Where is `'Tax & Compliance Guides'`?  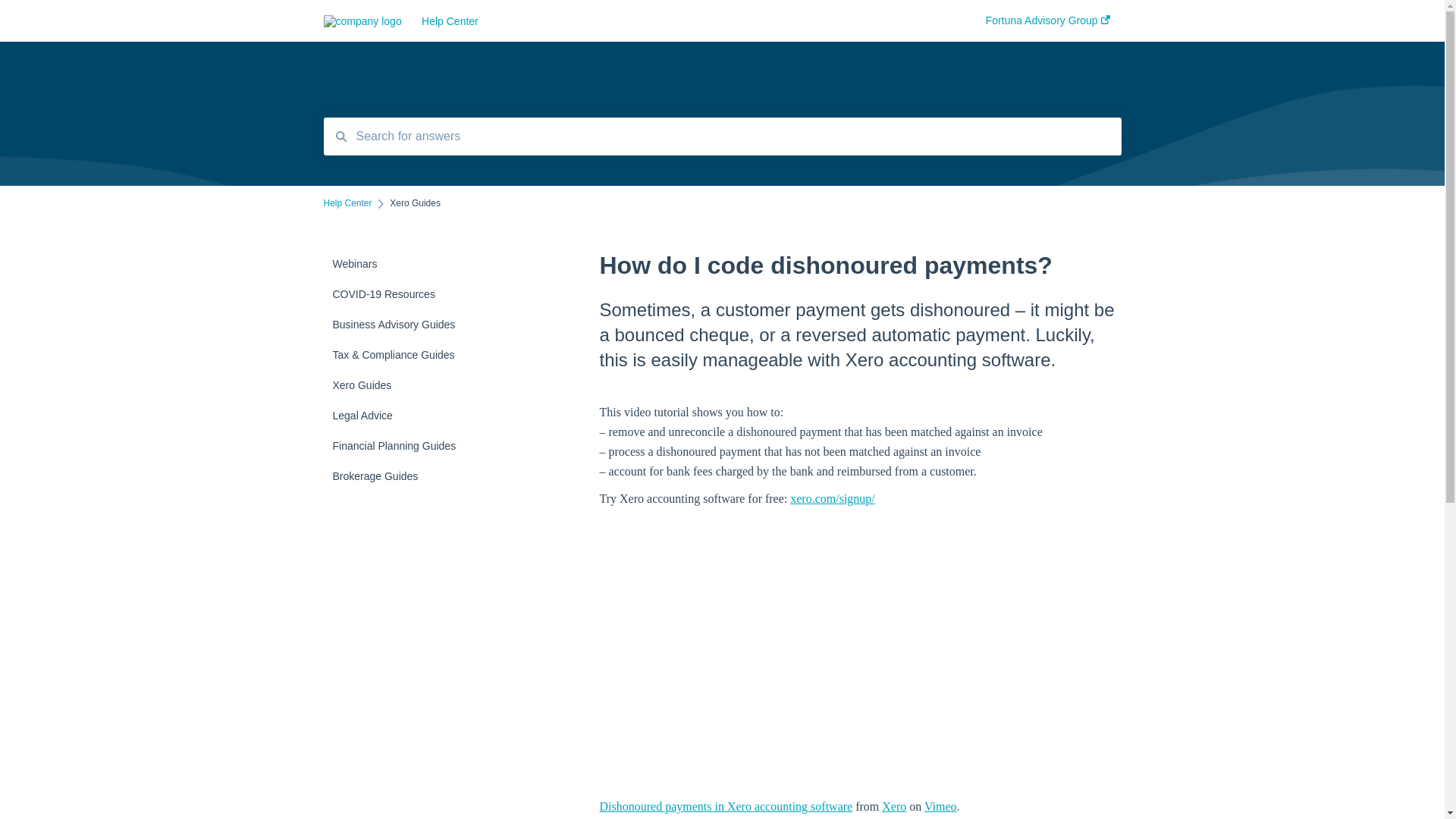
'Tax & Compliance Guides' is located at coordinates (414, 354).